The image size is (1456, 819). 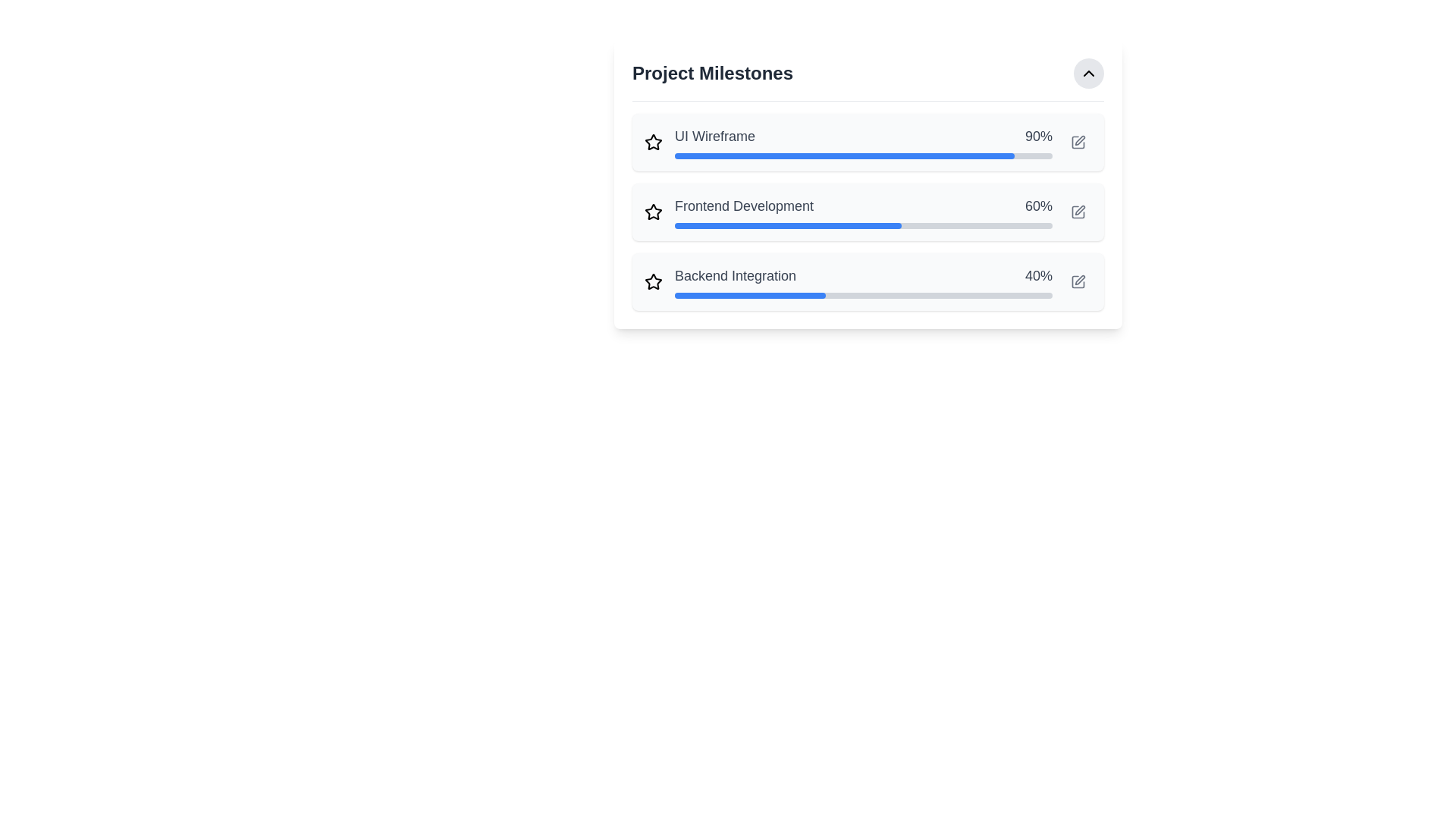 I want to click on the vector icon styled as a pen tool, located to the right of the 'Backend Integration' milestone entry, so click(x=1079, y=280).